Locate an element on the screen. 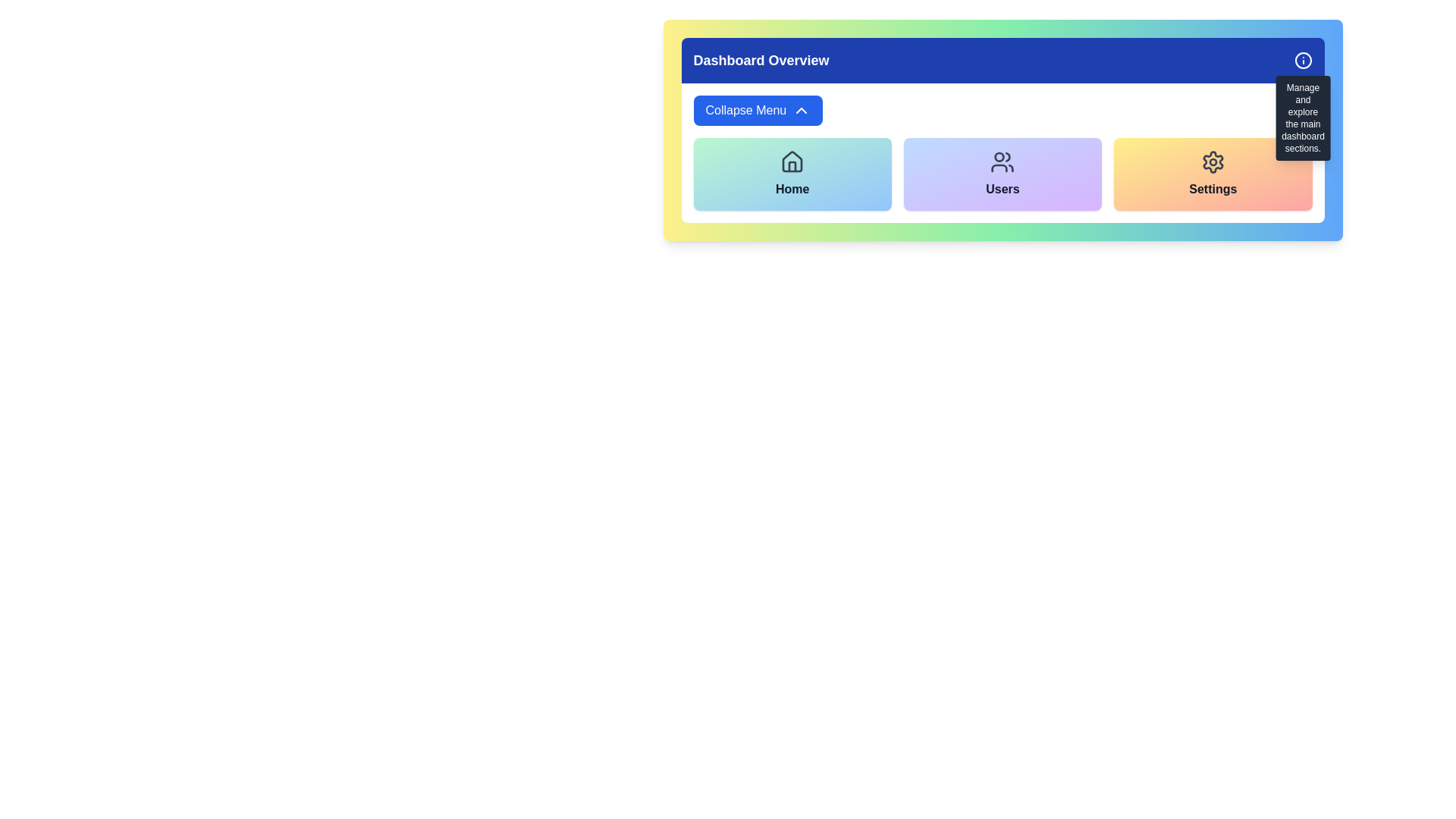 Image resolution: width=1456 pixels, height=819 pixels. the triangular upward-pointing icon that resembles a chevron, located to the right of the 'Collapse Menu' button in the top-left region of the interface is located at coordinates (801, 110).